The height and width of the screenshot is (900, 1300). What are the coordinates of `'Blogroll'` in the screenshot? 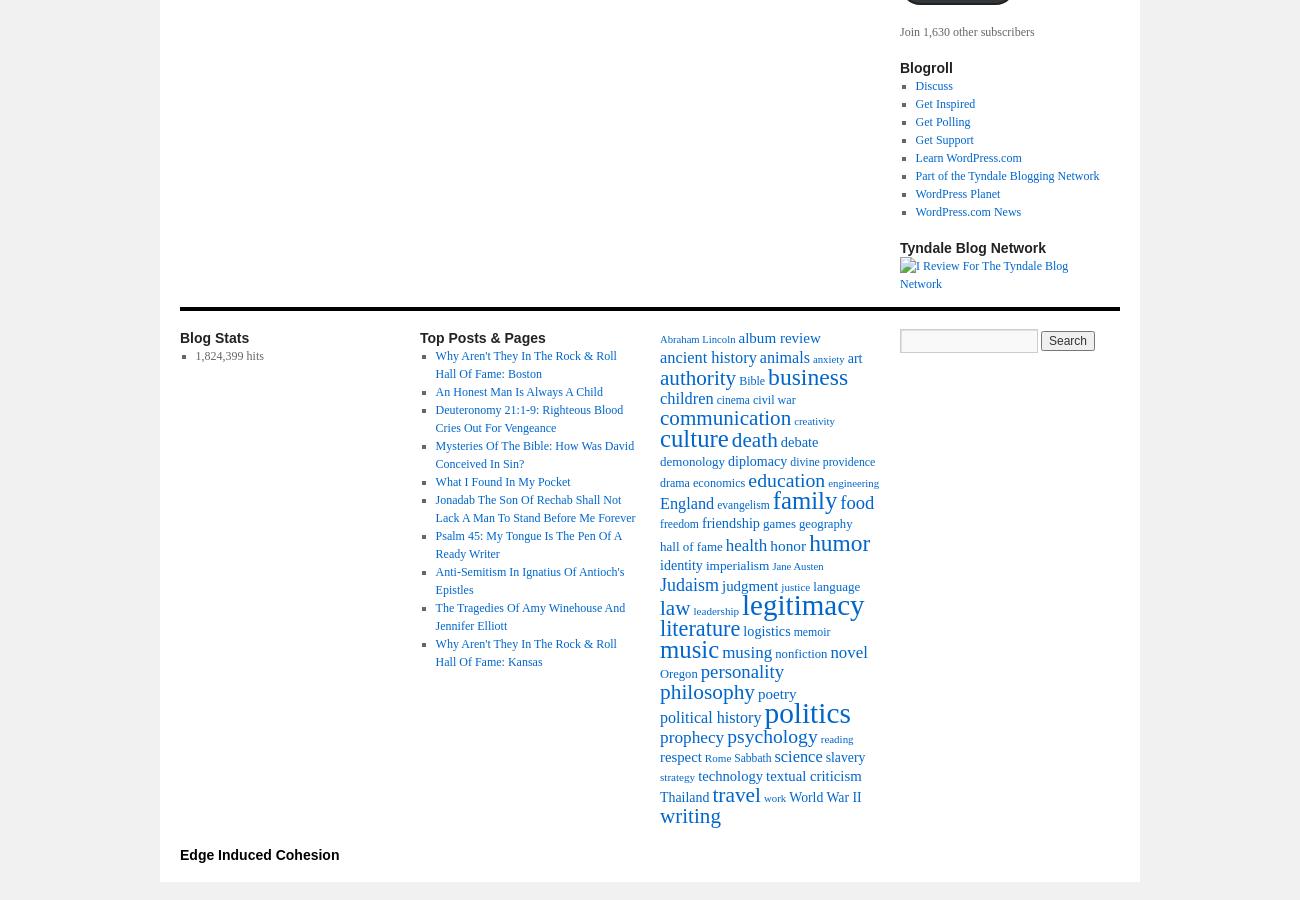 It's located at (925, 67).